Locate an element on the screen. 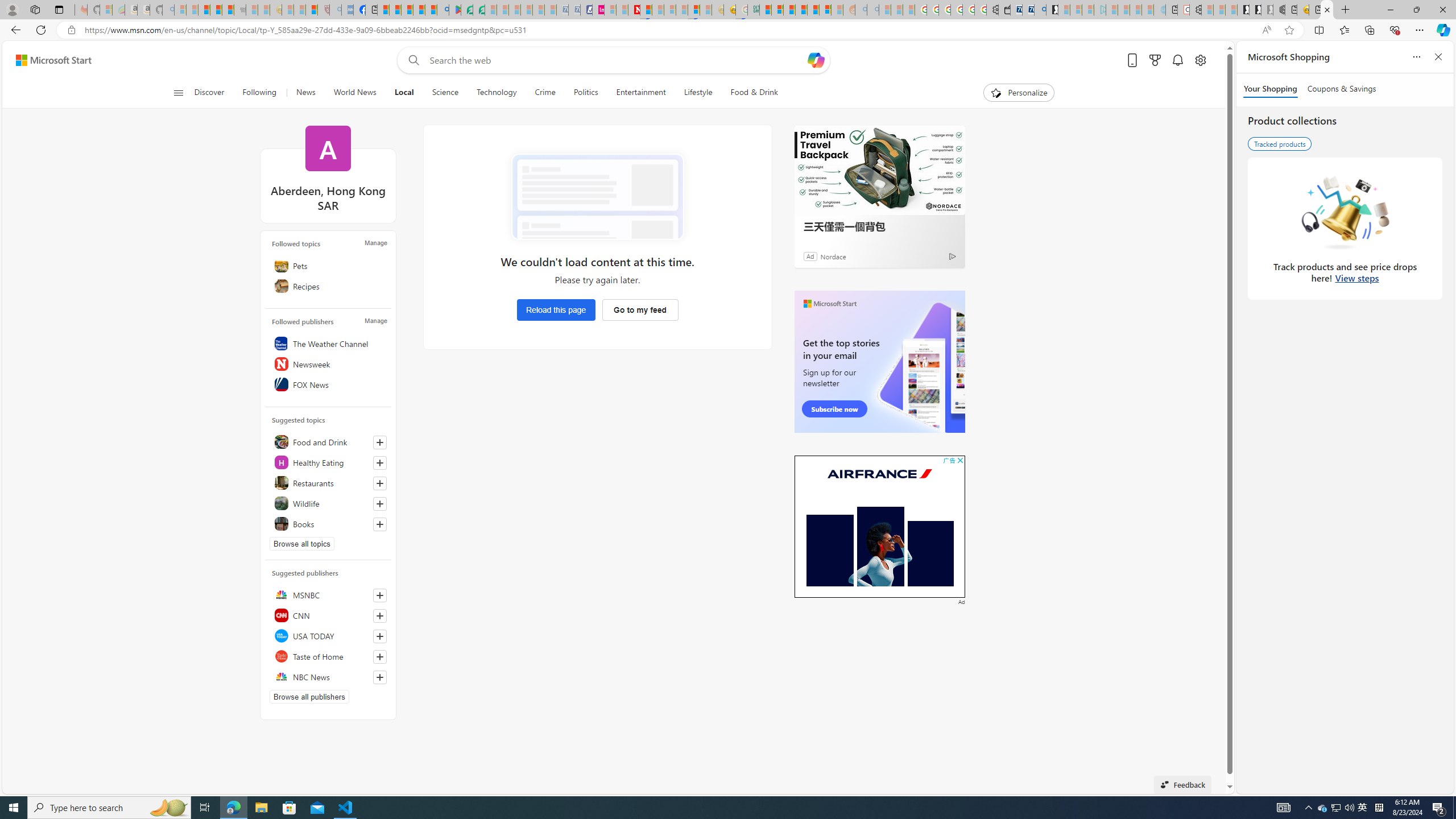 The width and height of the screenshot is (1456, 819). 'Technology' is located at coordinates (496, 92).